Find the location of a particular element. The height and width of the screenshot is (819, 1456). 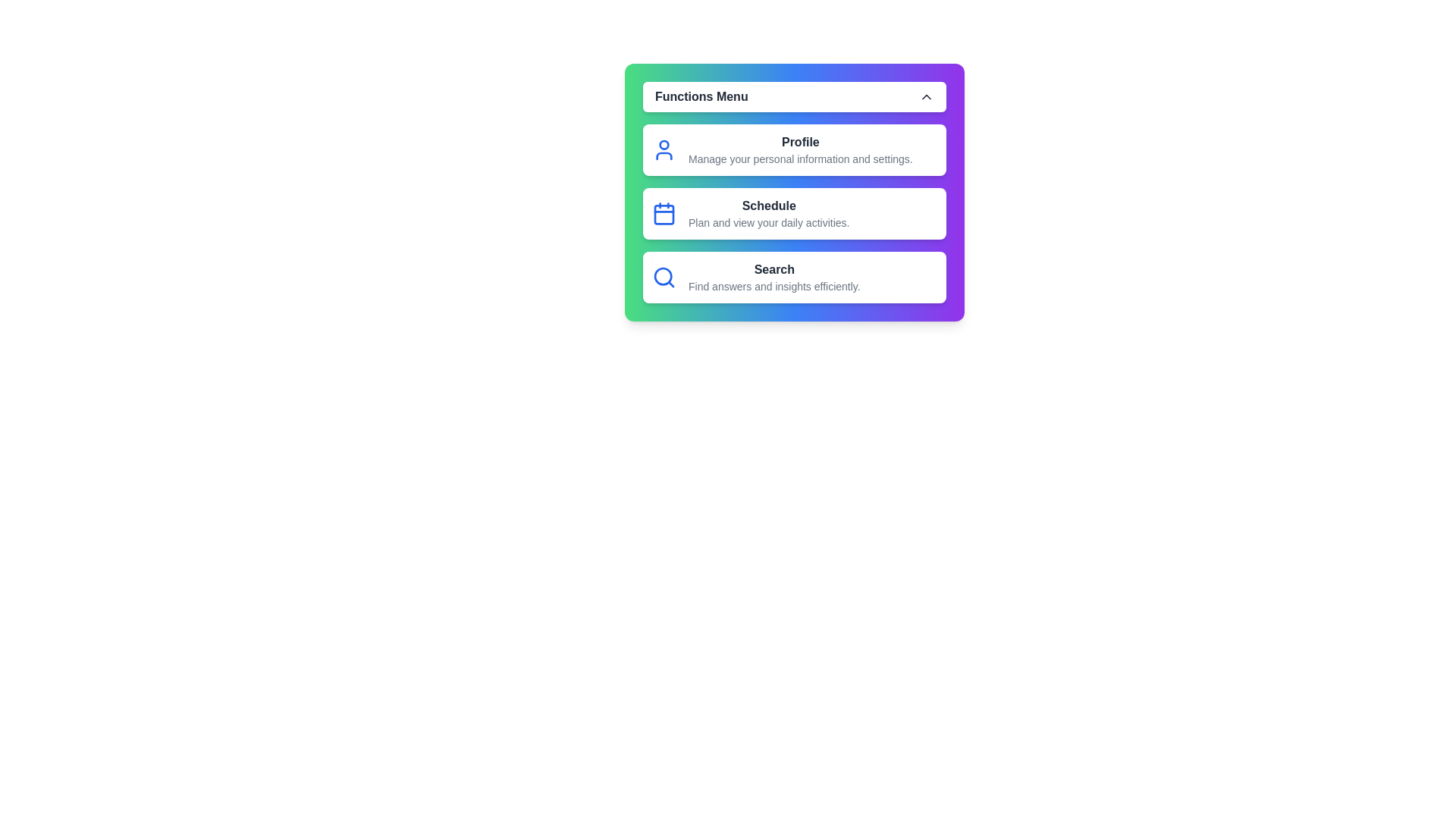

the description of the menu item Search is located at coordinates (793, 278).